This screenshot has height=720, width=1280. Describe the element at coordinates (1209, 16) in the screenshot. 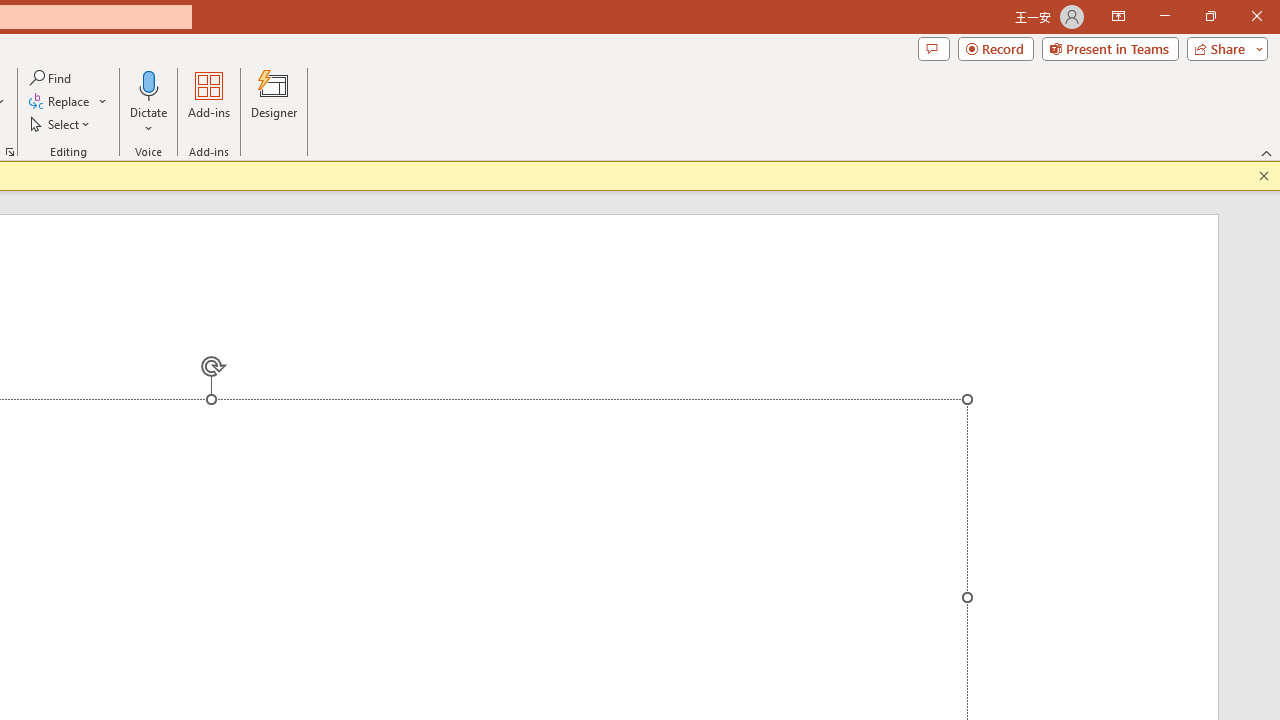

I see `'Restore Down'` at that location.